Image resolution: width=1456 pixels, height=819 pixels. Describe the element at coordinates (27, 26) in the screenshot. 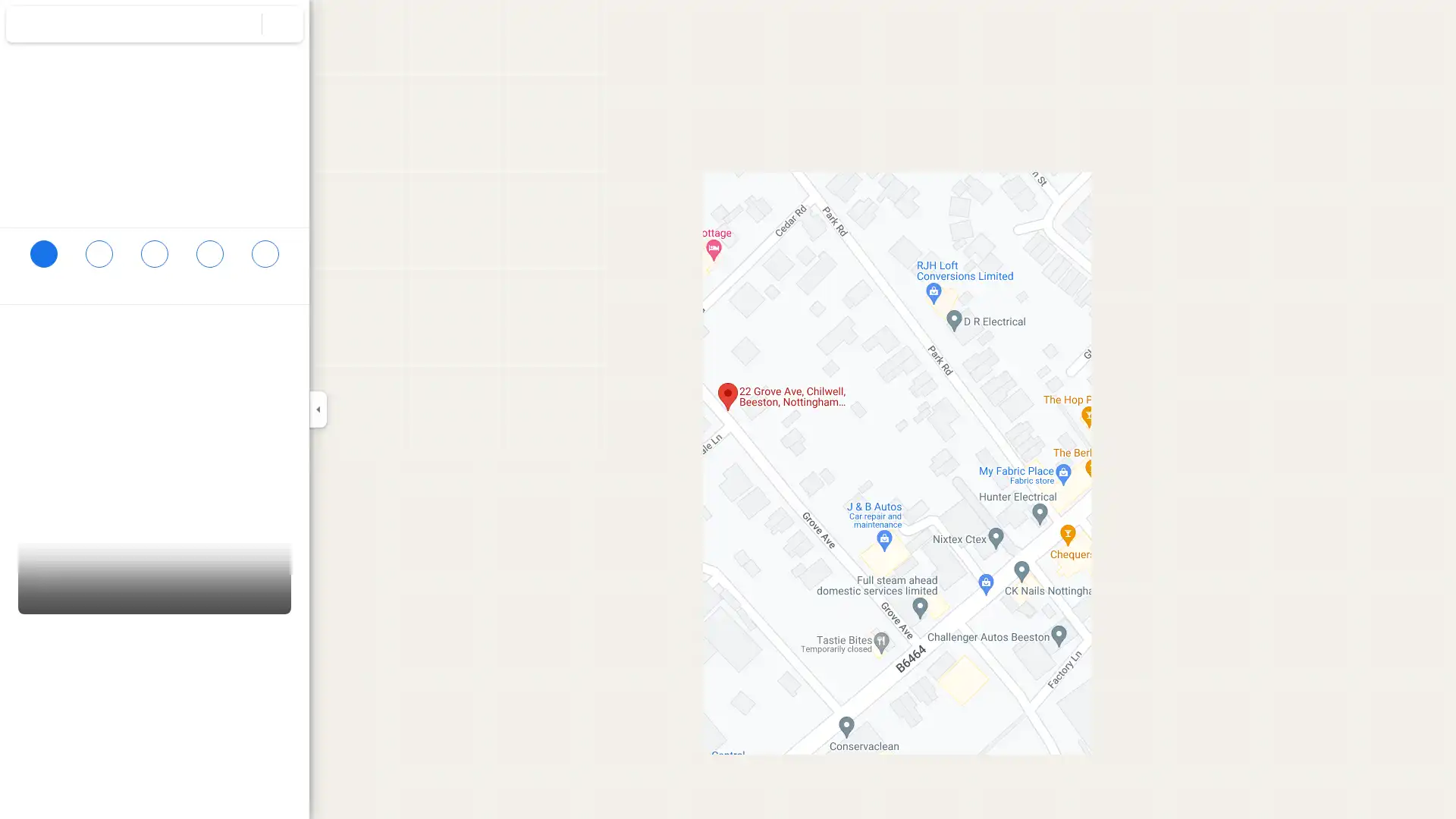

I see `Menu` at that location.